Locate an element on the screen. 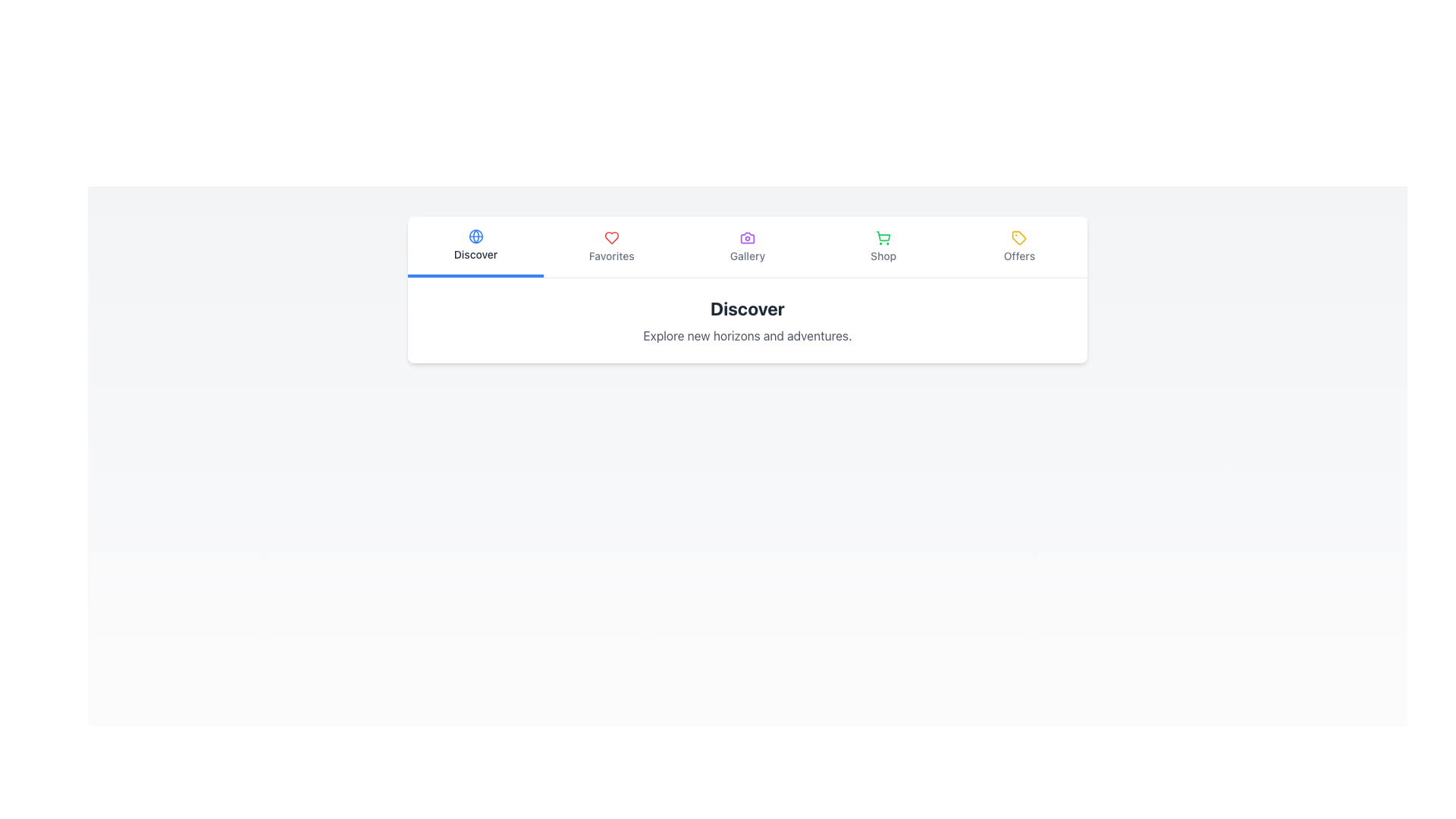 Image resolution: width=1456 pixels, height=819 pixels. the 'Favorites' navigation button is located at coordinates (611, 246).